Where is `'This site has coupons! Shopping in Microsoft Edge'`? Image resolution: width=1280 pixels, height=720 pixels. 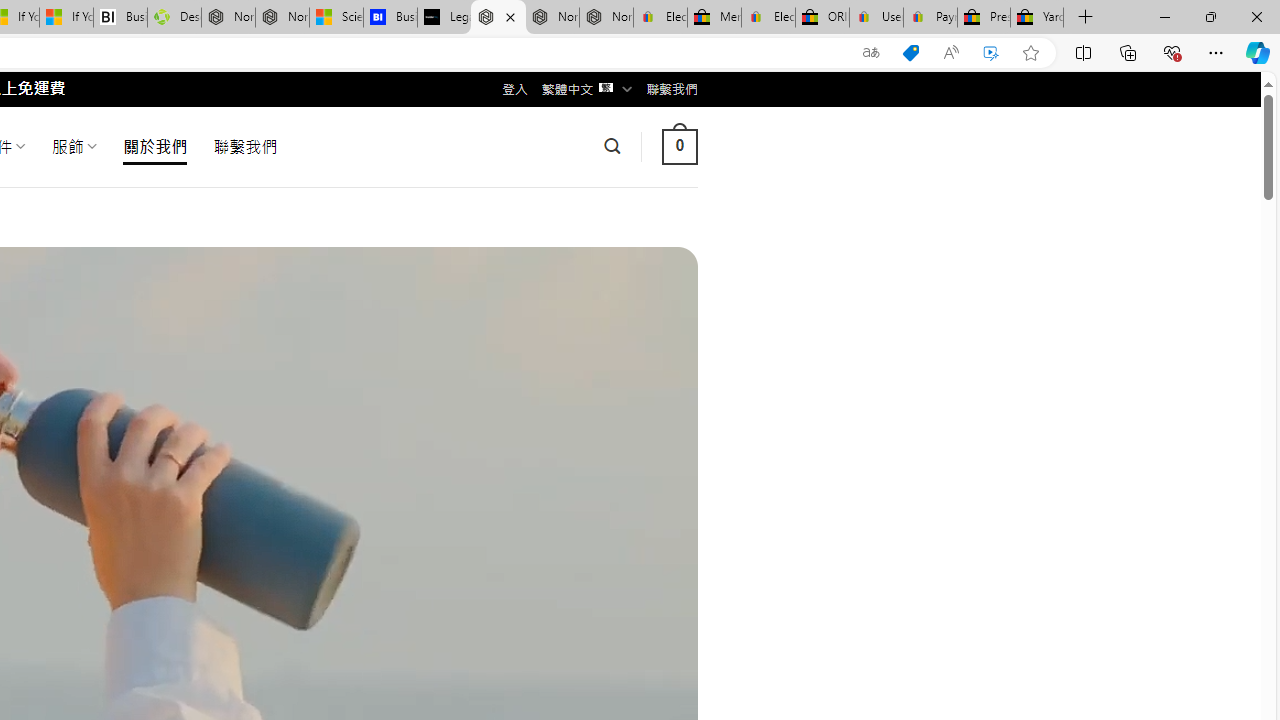 'This site has coupons! Shopping in Microsoft Edge' is located at coordinates (909, 52).